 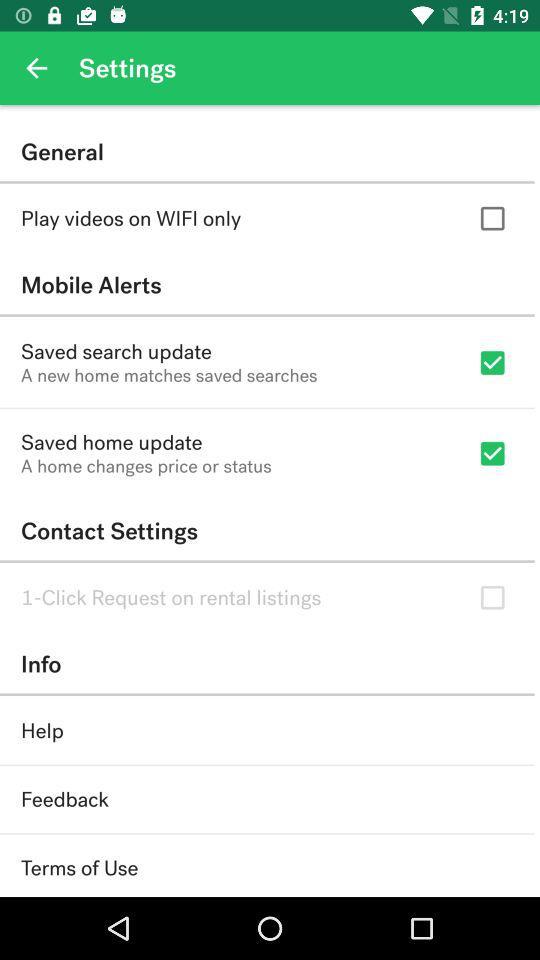 I want to click on the item to the left of settings app, so click(x=36, y=68).